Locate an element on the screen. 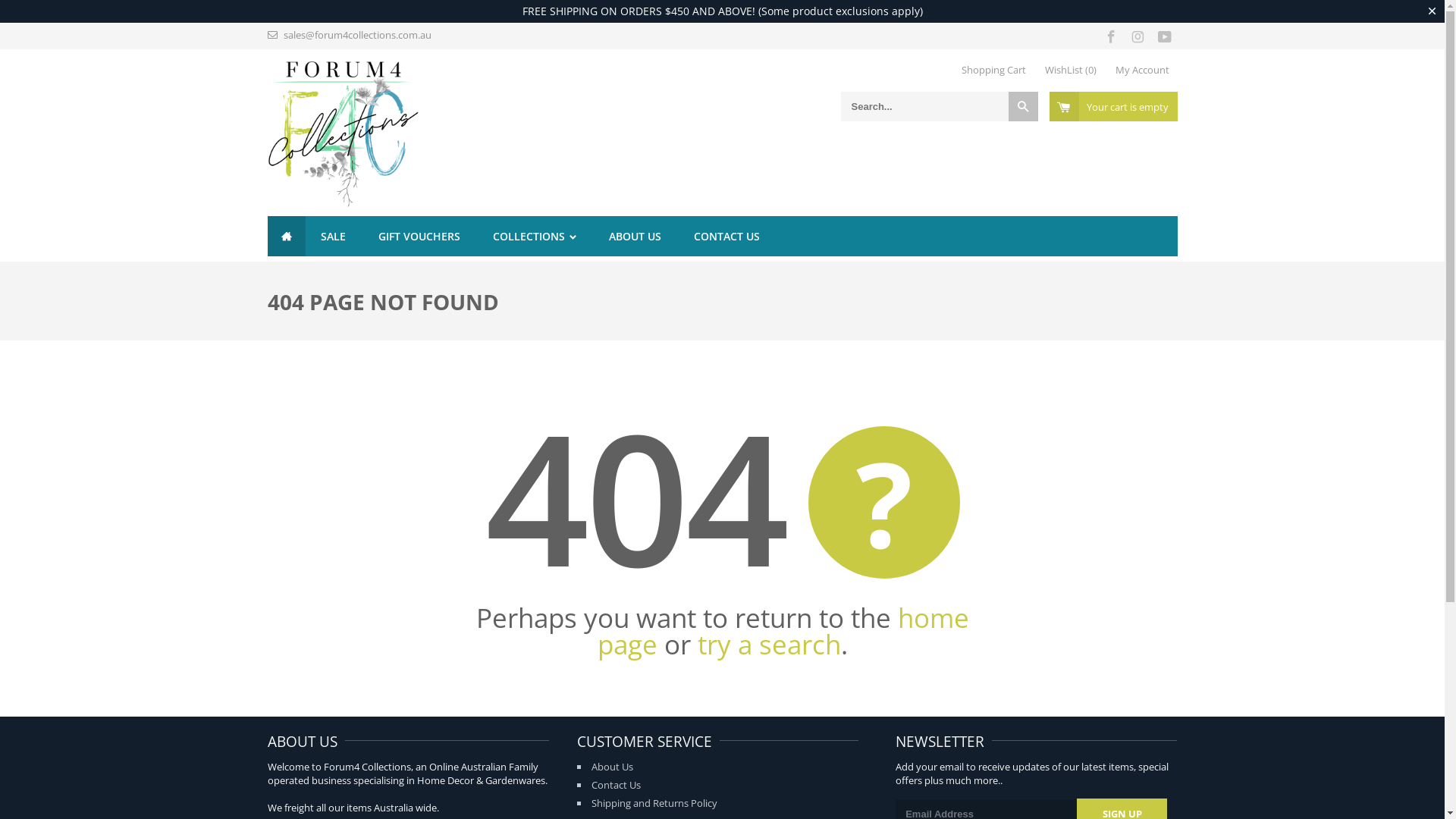 Image resolution: width=1456 pixels, height=819 pixels. 'Forum4 Collections on Instagram' is located at coordinates (1137, 34).